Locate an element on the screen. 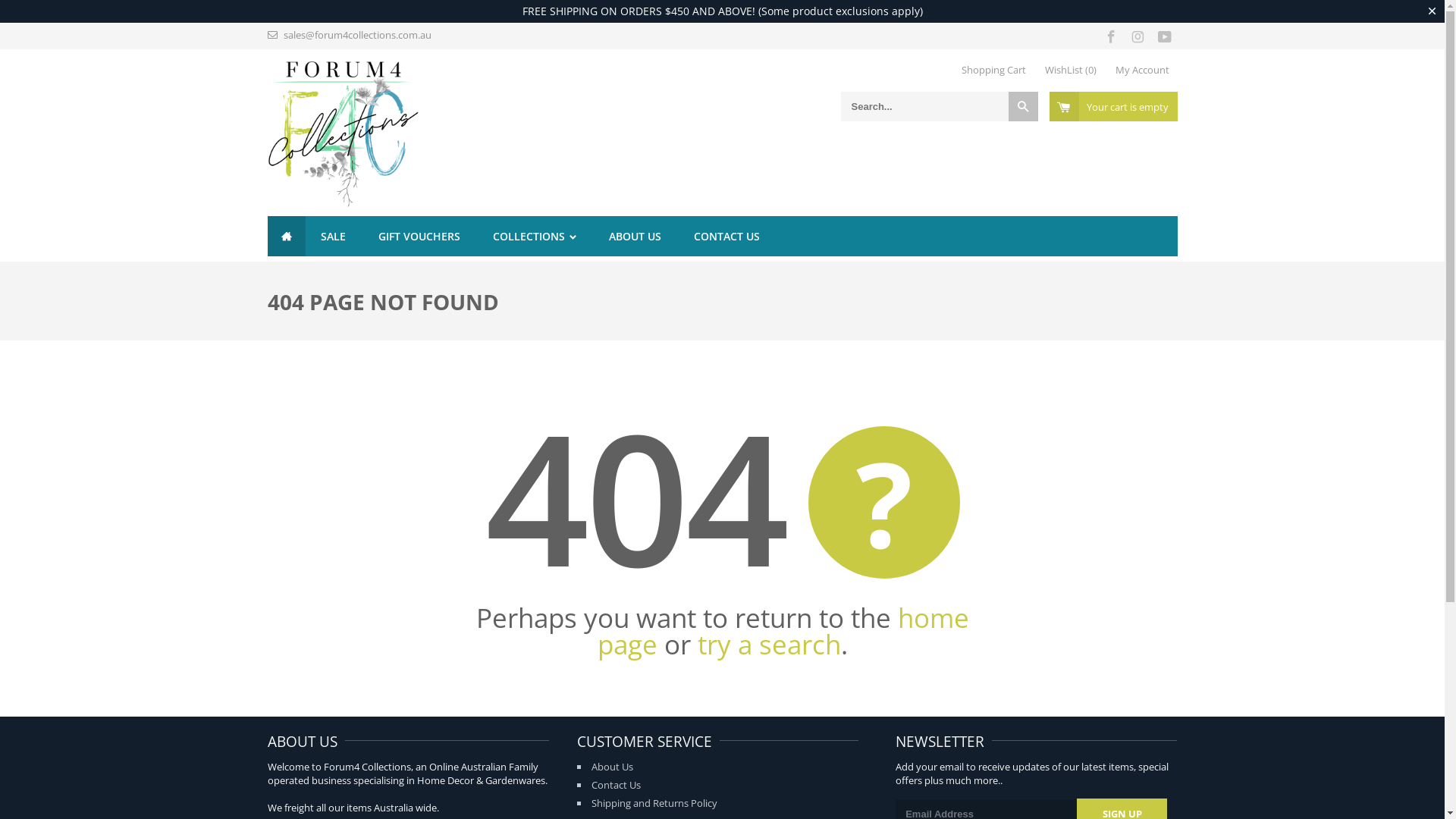 Image resolution: width=1456 pixels, height=819 pixels. 'Forum4 Collections on Instagram' is located at coordinates (1137, 34).